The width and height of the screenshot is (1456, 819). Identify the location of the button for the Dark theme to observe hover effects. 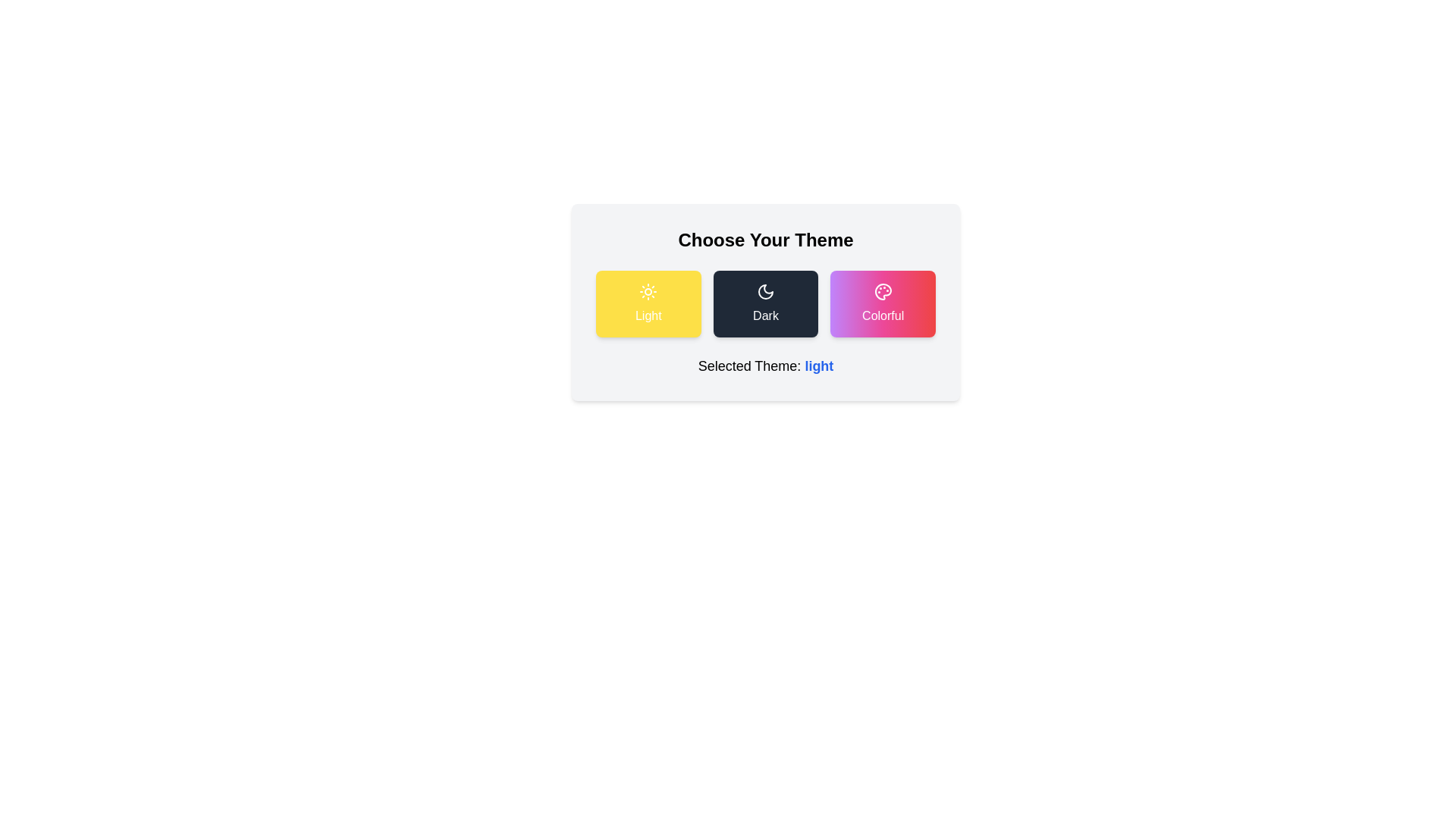
(765, 304).